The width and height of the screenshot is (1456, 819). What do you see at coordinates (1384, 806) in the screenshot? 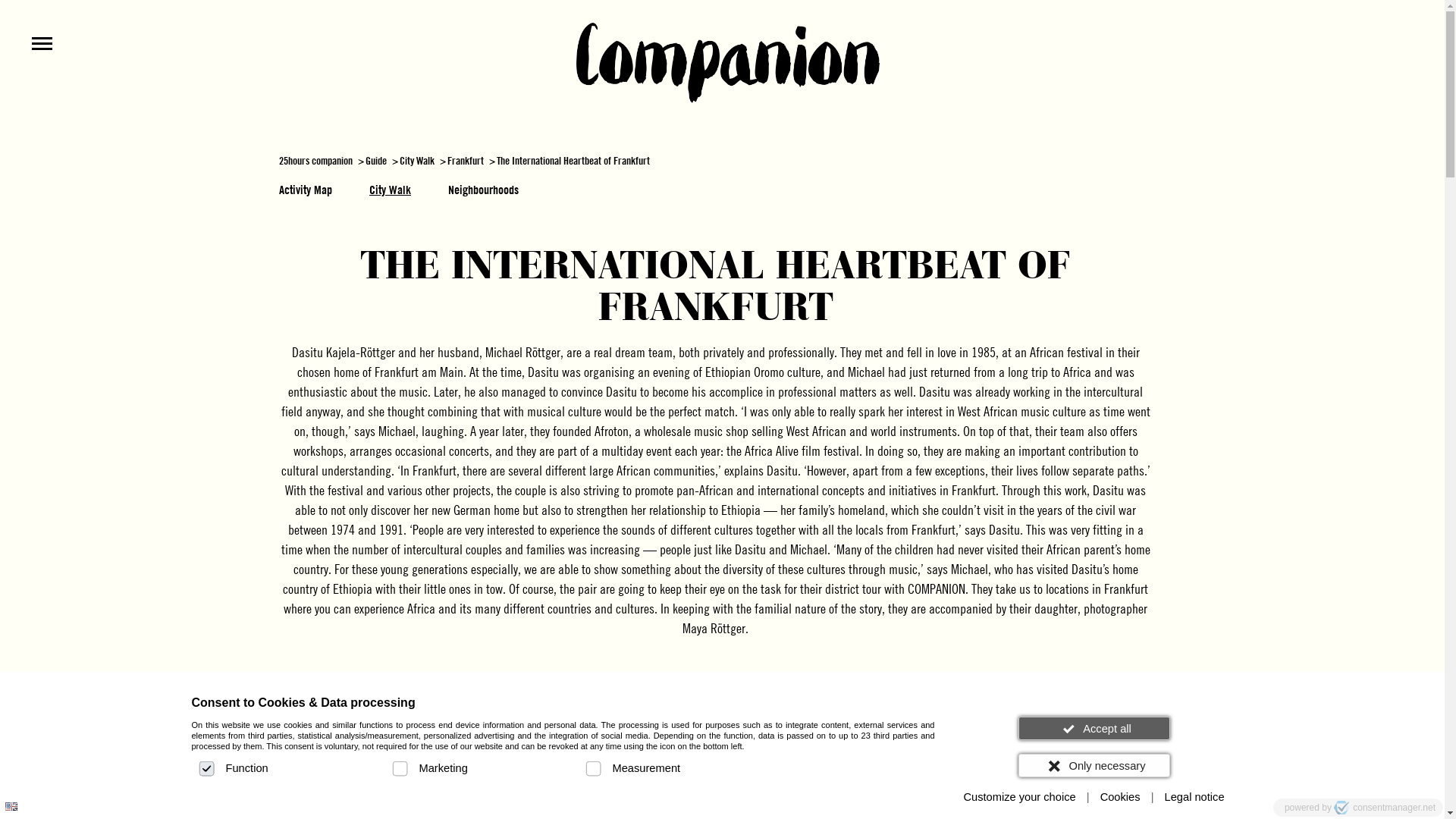
I see `'consentmanager.net'` at bounding box center [1384, 806].